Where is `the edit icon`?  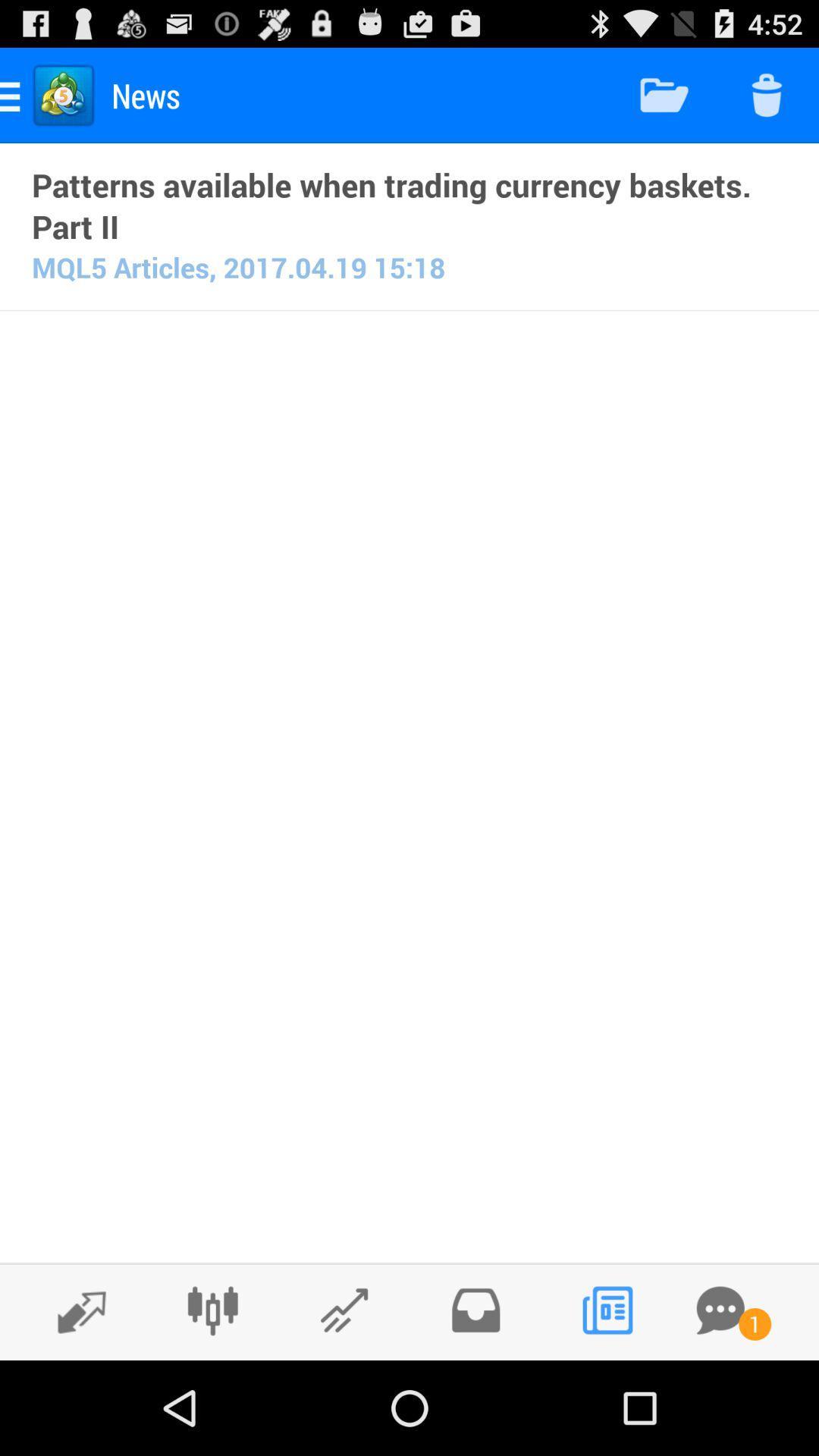
the edit icon is located at coordinates (344, 1401).